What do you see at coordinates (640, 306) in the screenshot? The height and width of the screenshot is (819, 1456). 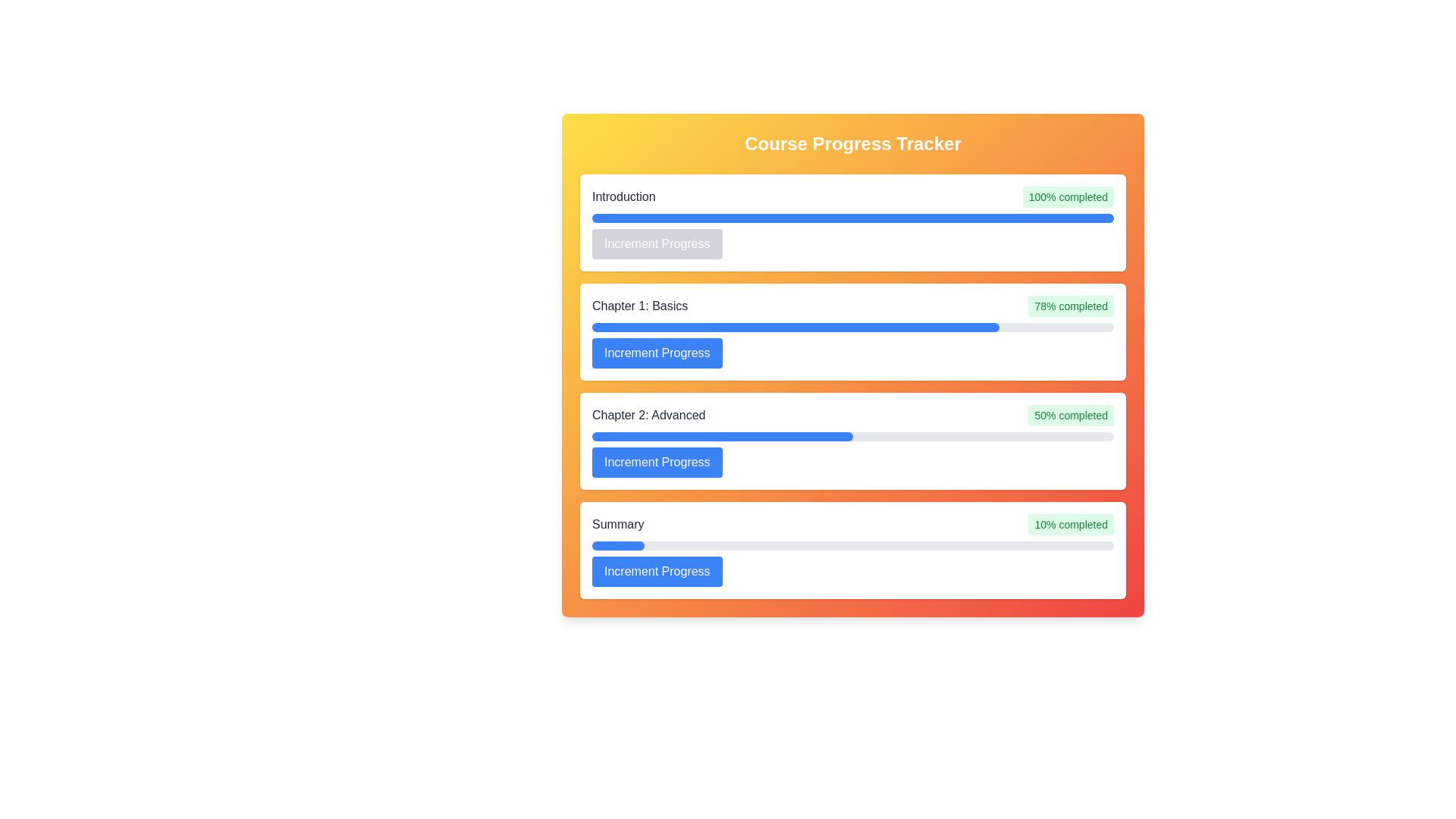 I see `the text label 'Chapter 1: Basics' which is displayed in bold, gray-black font and is aligned to the left within its section` at bounding box center [640, 306].